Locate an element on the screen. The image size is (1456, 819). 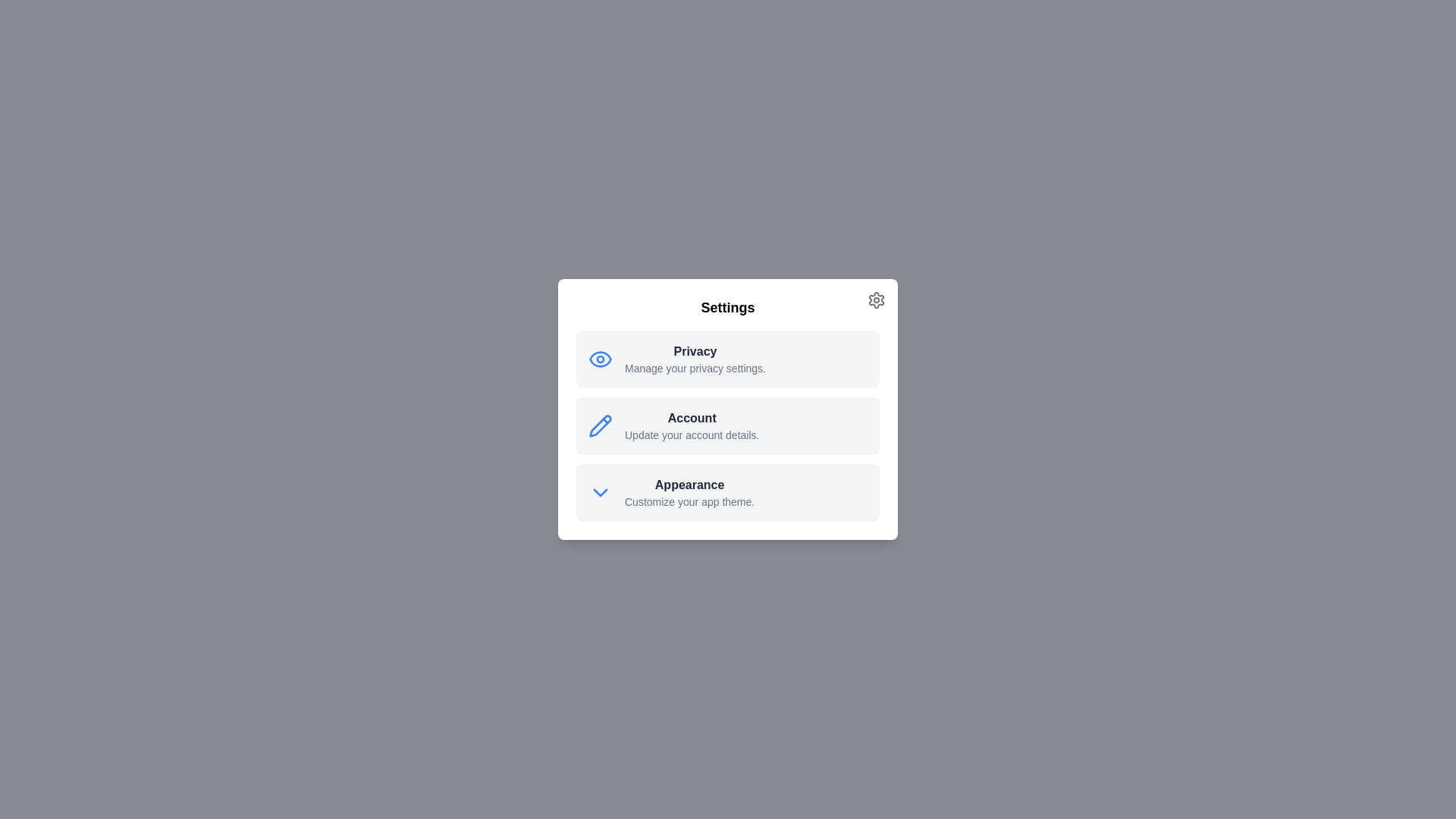
the Account option to observe additional effects is located at coordinates (728, 426).